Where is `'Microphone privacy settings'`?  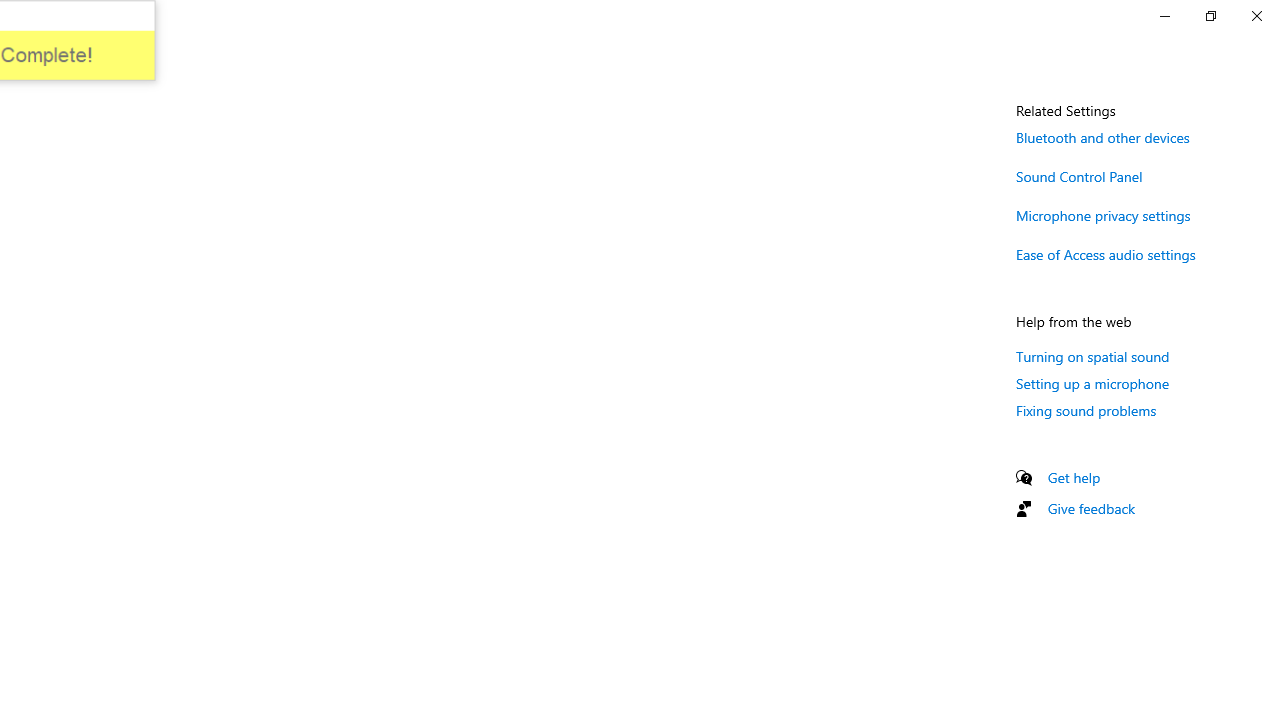
'Microphone privacy settings' is located at coordinates (1102, 215).